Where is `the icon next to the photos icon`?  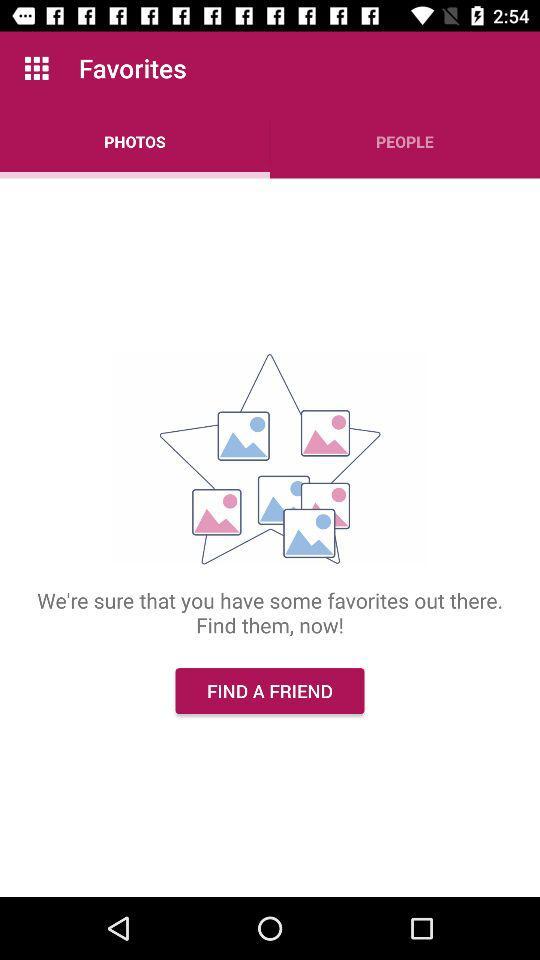 the icon next to the photos icon is located at coordinates (405, 140).